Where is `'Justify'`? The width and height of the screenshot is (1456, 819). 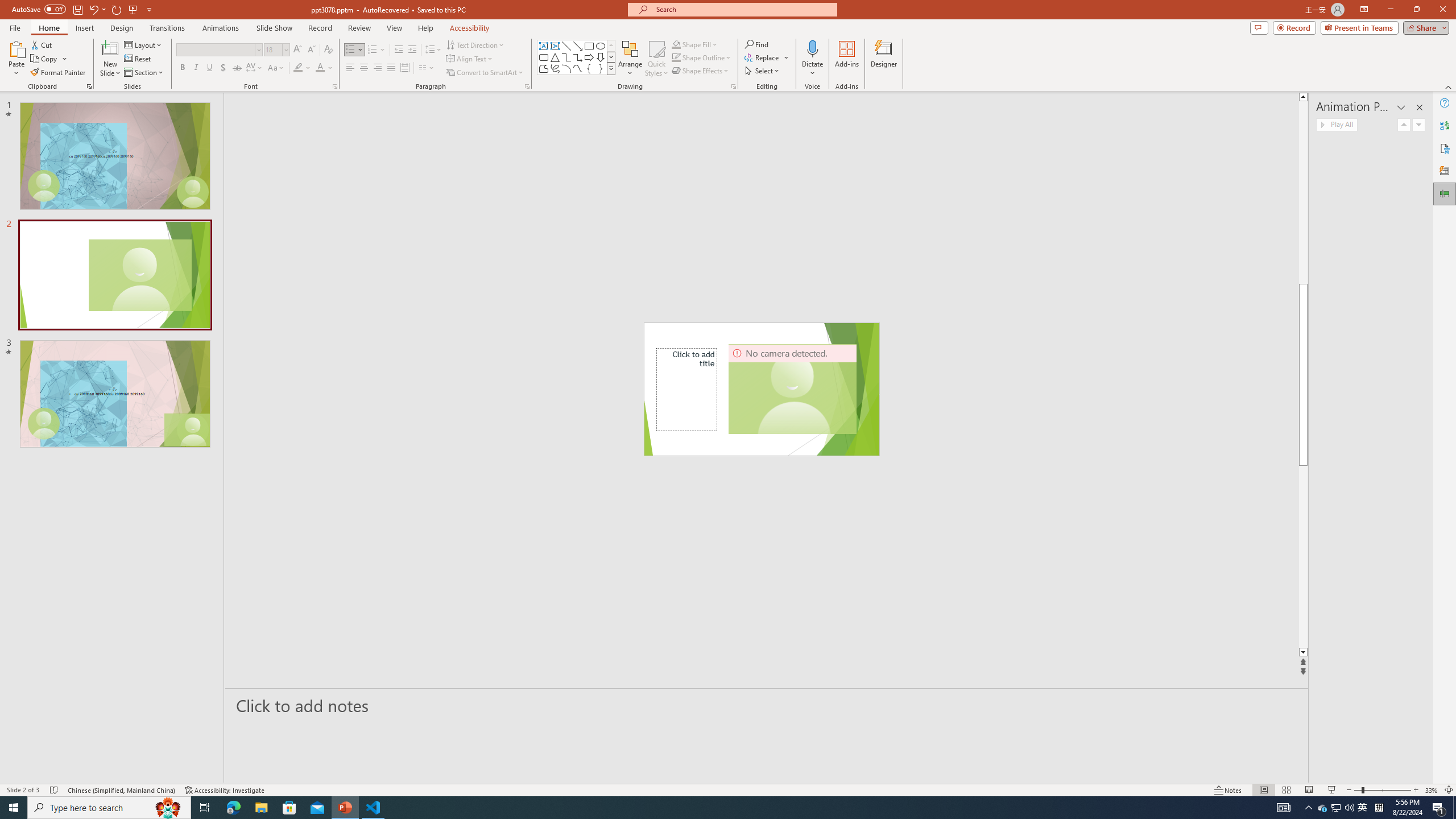
'Justify' is located at coordinates (390, 67).